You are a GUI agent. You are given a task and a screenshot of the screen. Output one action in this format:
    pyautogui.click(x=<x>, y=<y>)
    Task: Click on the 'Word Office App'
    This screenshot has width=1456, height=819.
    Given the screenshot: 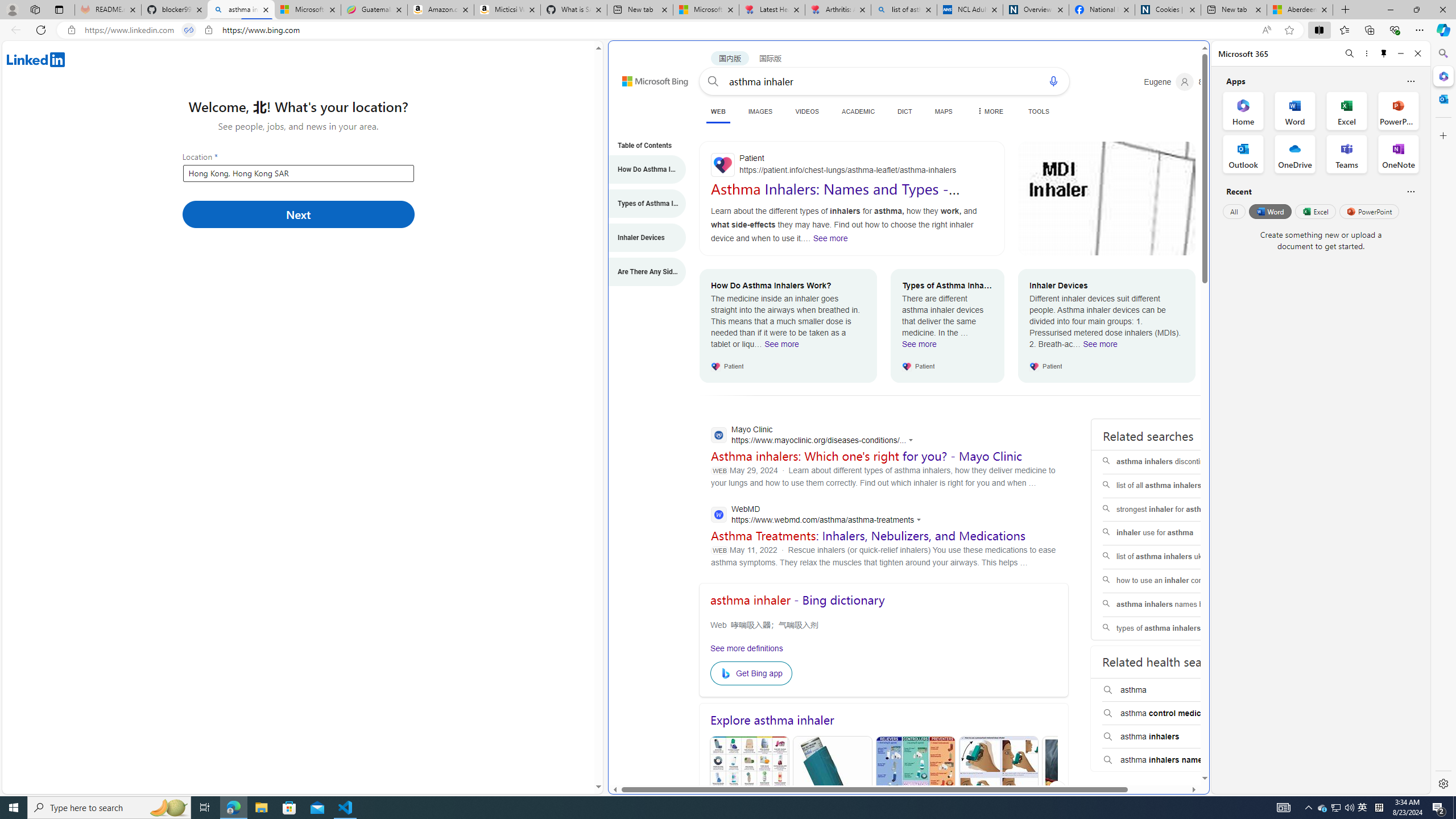 What is the action you would take?
    pyautogui.click(x=1294, y=111)
    